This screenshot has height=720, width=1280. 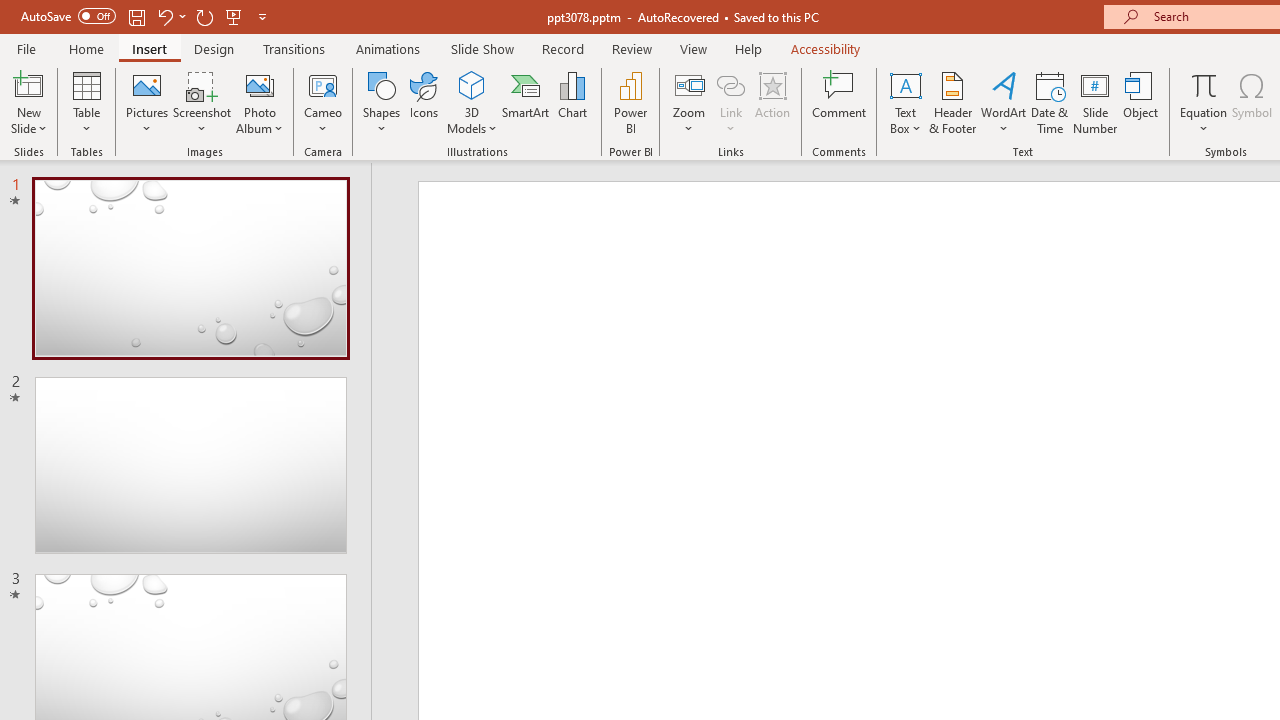 I want to click on 'Object...', so click(x=1141, y=103).